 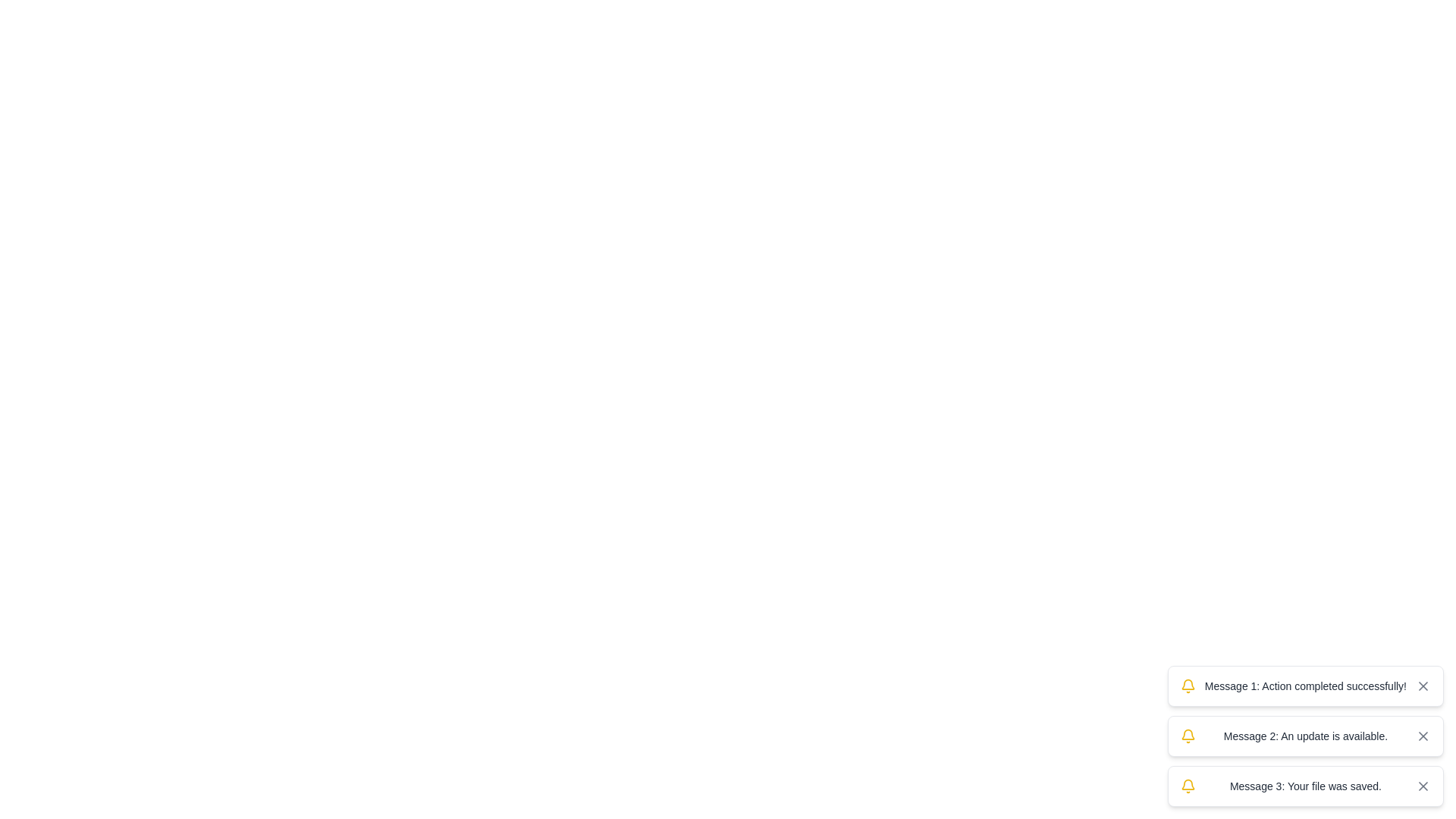 I want to click on the notification bell icon located at the leftmost side of the message box displaying 'Message 1: Action completed successfully!', so click(x=1187, y=686).